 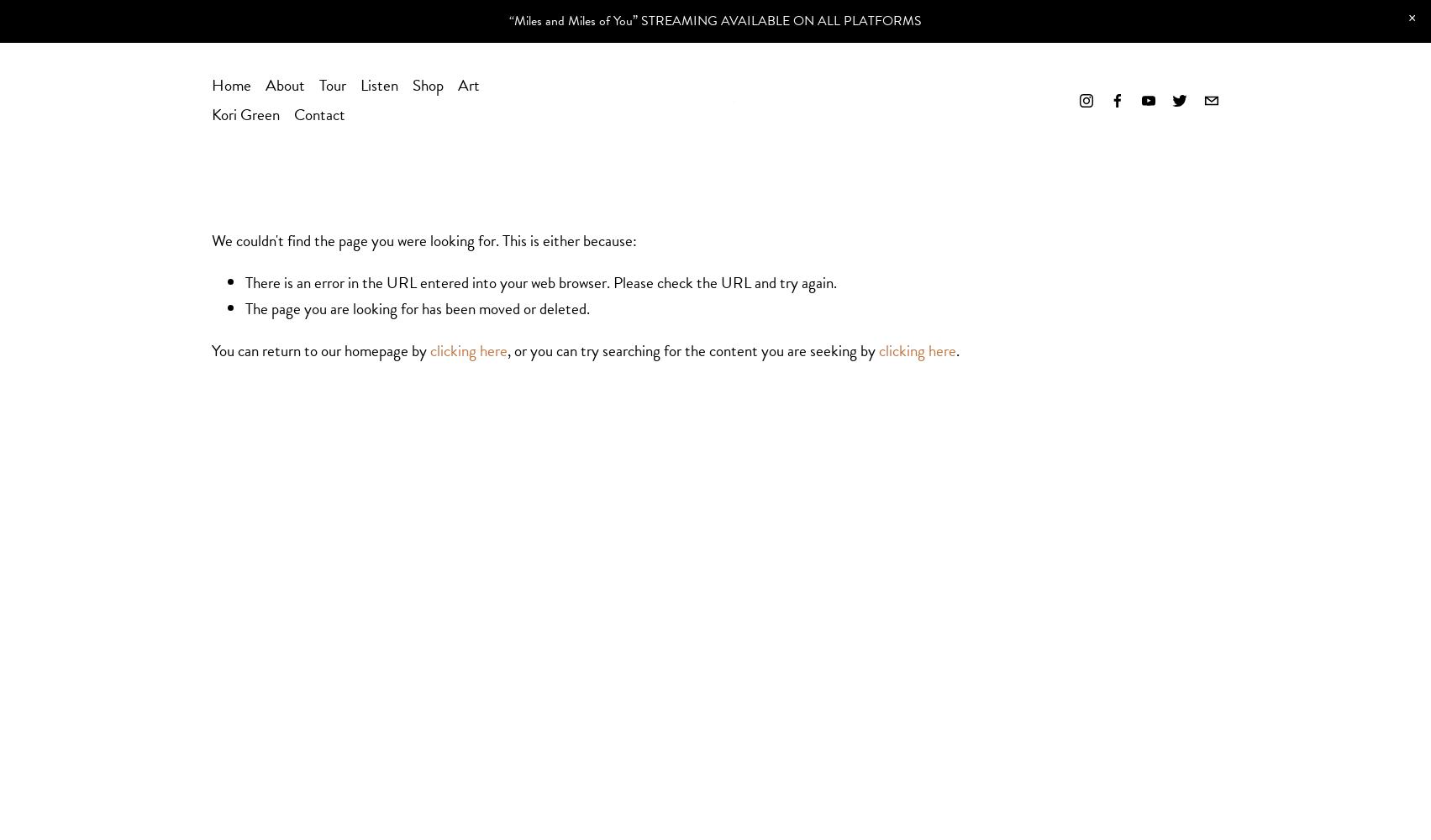 What do you see at coordinates (455, 84) in the screenshot?
I see `'Art'` at bounding box center [455, 84].